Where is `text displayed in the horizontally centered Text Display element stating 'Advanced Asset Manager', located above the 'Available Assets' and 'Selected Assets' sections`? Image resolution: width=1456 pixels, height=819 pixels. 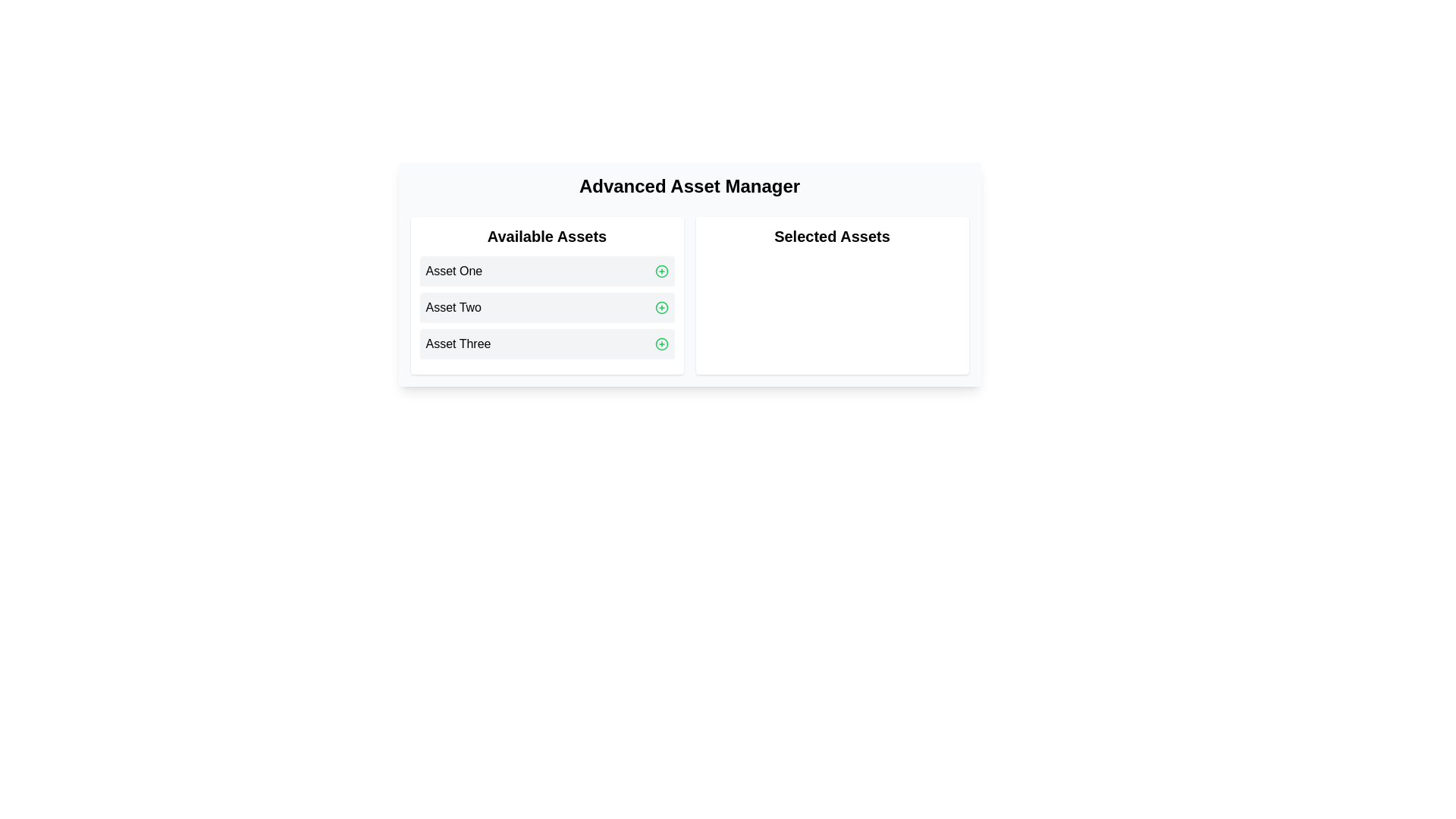
text displayed in the horizontally centered Text Display element stating 'Advanced Asset Manager', located above the 'Available Assets' and 'Selected Assets' sections is located at coordinates (689, 186).